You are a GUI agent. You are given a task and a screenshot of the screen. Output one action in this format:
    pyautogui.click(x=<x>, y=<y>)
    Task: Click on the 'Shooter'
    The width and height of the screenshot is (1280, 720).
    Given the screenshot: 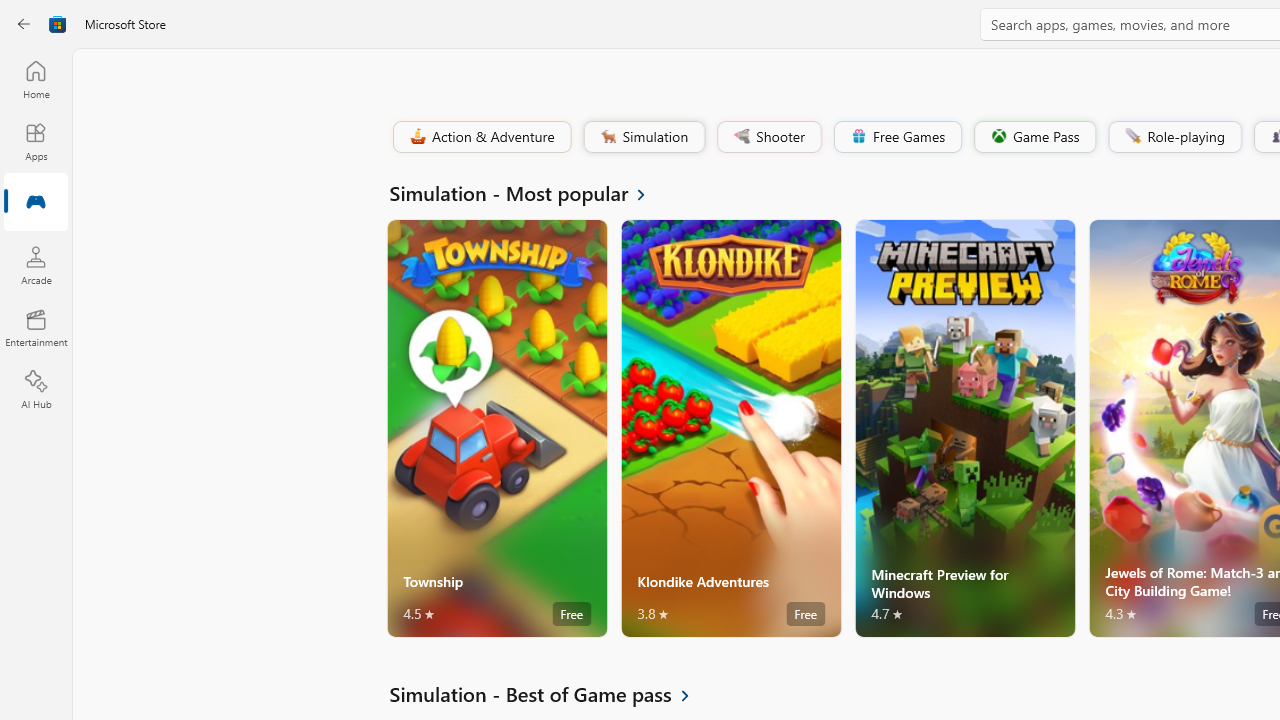 What is the action you would take?
    pyautogui.click(x=767, y=135)
    